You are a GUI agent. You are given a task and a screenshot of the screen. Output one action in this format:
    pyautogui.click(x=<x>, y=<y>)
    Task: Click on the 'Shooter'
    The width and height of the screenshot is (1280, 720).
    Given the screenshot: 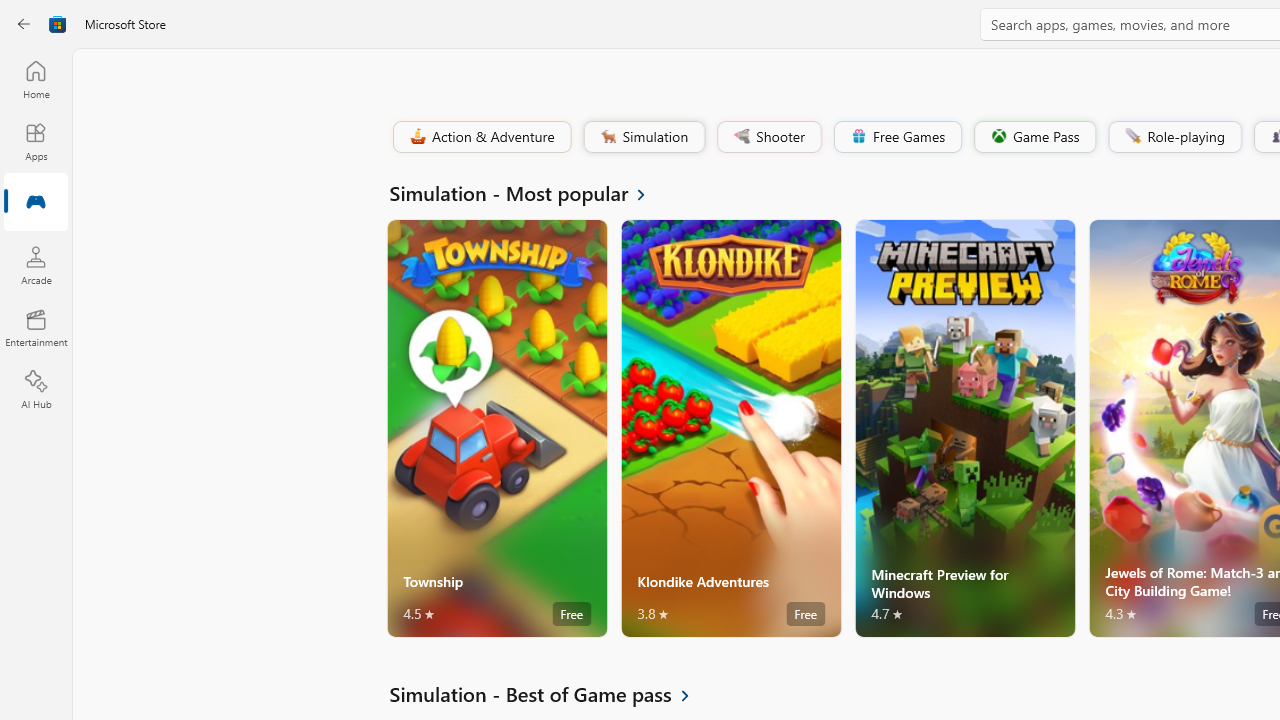 What is the action you would take?
    pyautogui.click(x=767, y=135)
    